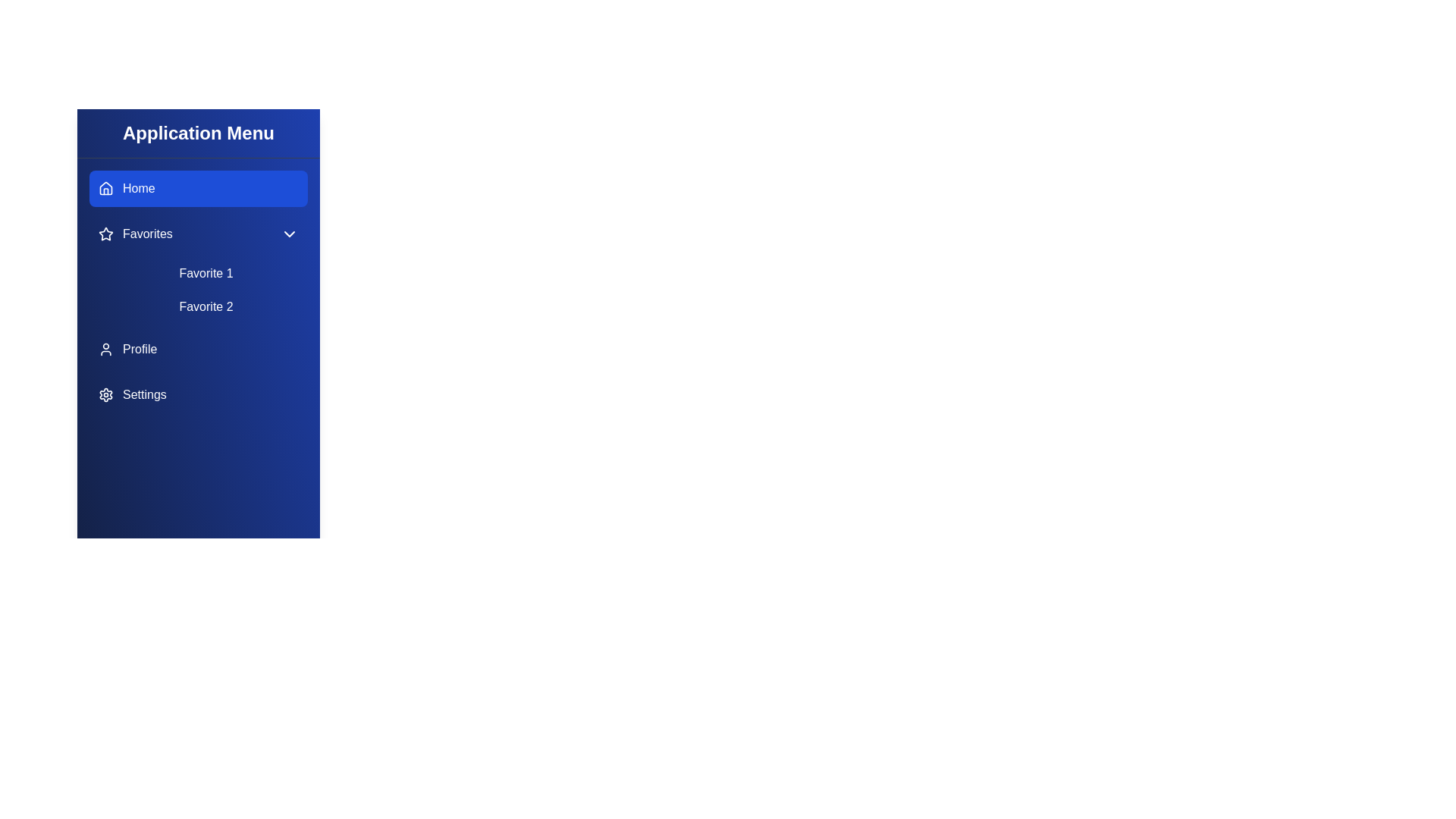 The height and width of the screenshot is (819, 1456). Describe the element at coordinates (206, 307) in the screenshot. I see `the 'Favorite 2' menu option, which is the second item under the 'Favorites' section in the vertical navigation menu, distinguished by its white font on a blue background` at that location.